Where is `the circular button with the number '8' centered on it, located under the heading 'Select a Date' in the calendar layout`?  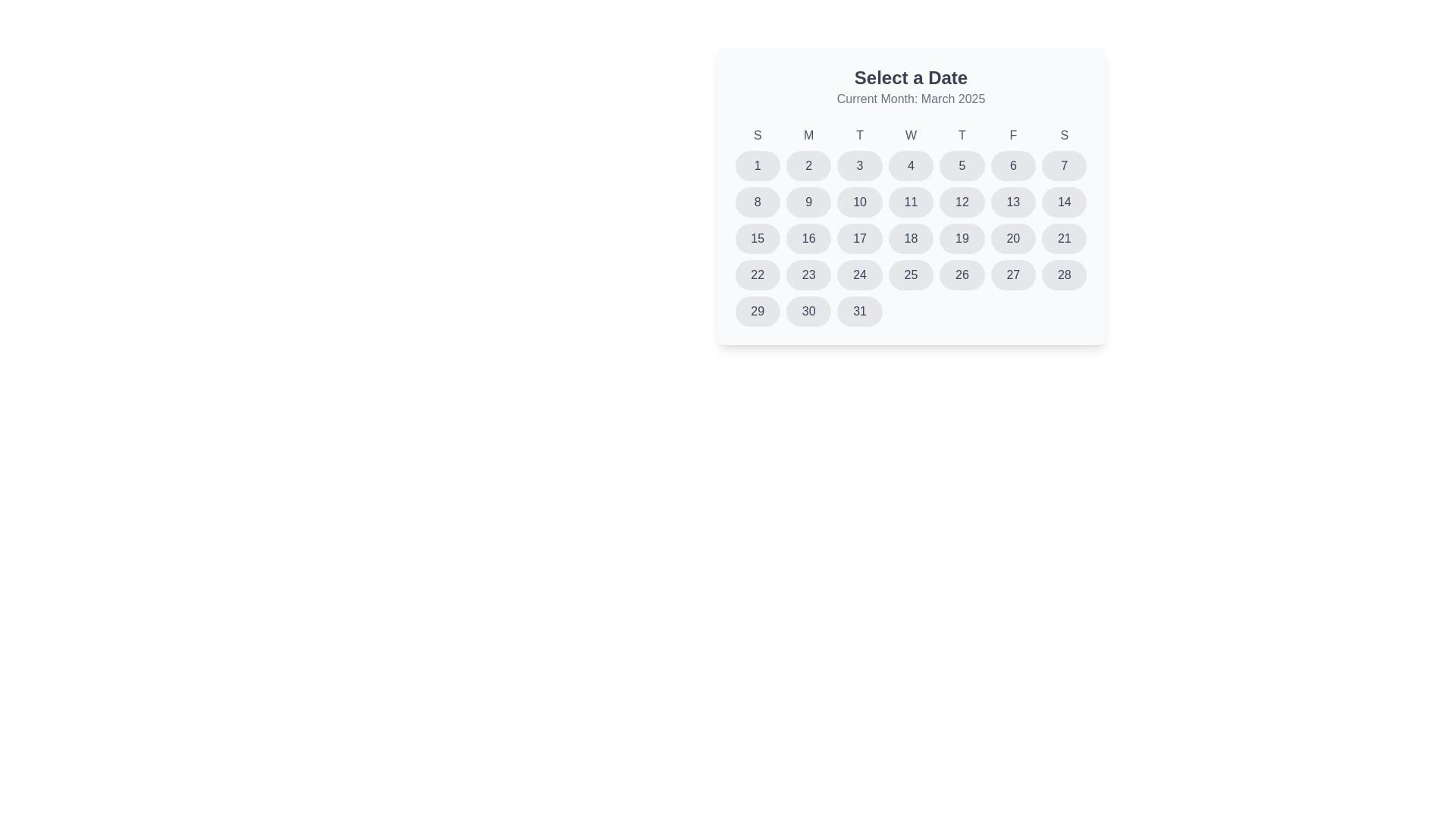 the circular button with the number '8' centered on it, located under the heading 'Select a Date' in the calendar layout is located at coordinates (758, 201).